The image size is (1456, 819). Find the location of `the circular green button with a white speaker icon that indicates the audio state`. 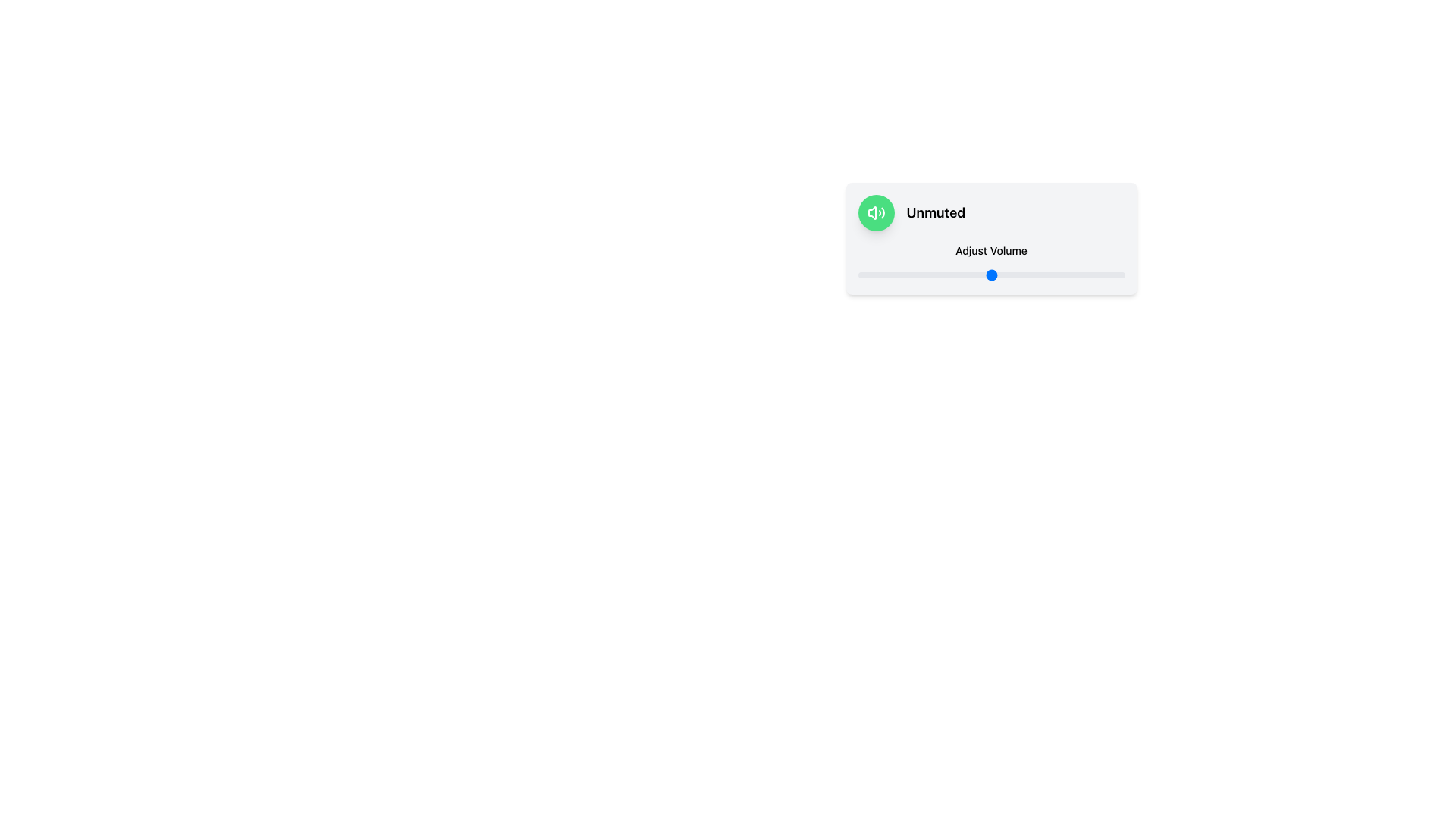

the circular green button with a white speaker icon that indicates the audio state is located at coordinates (876, 213).